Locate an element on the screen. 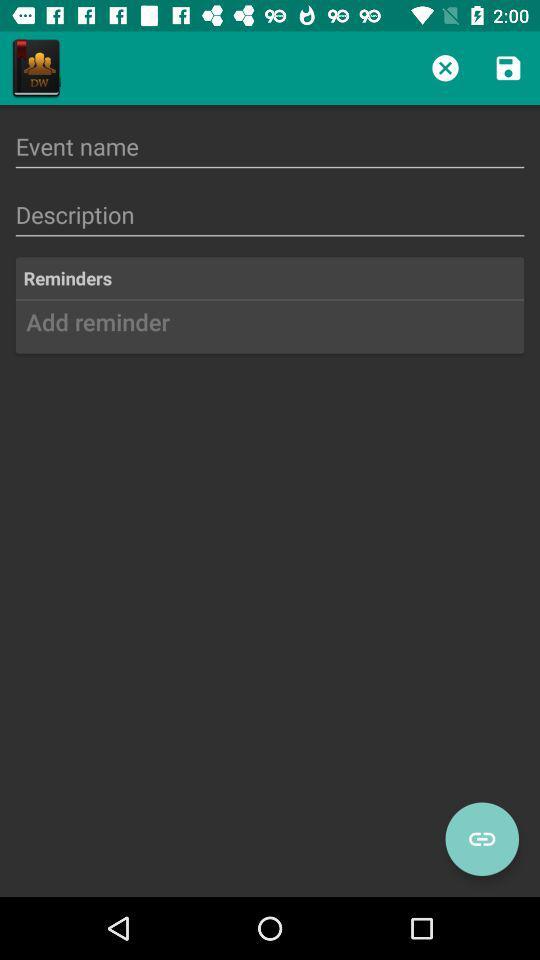  add reminder icon is located at coordinates (270, 329).